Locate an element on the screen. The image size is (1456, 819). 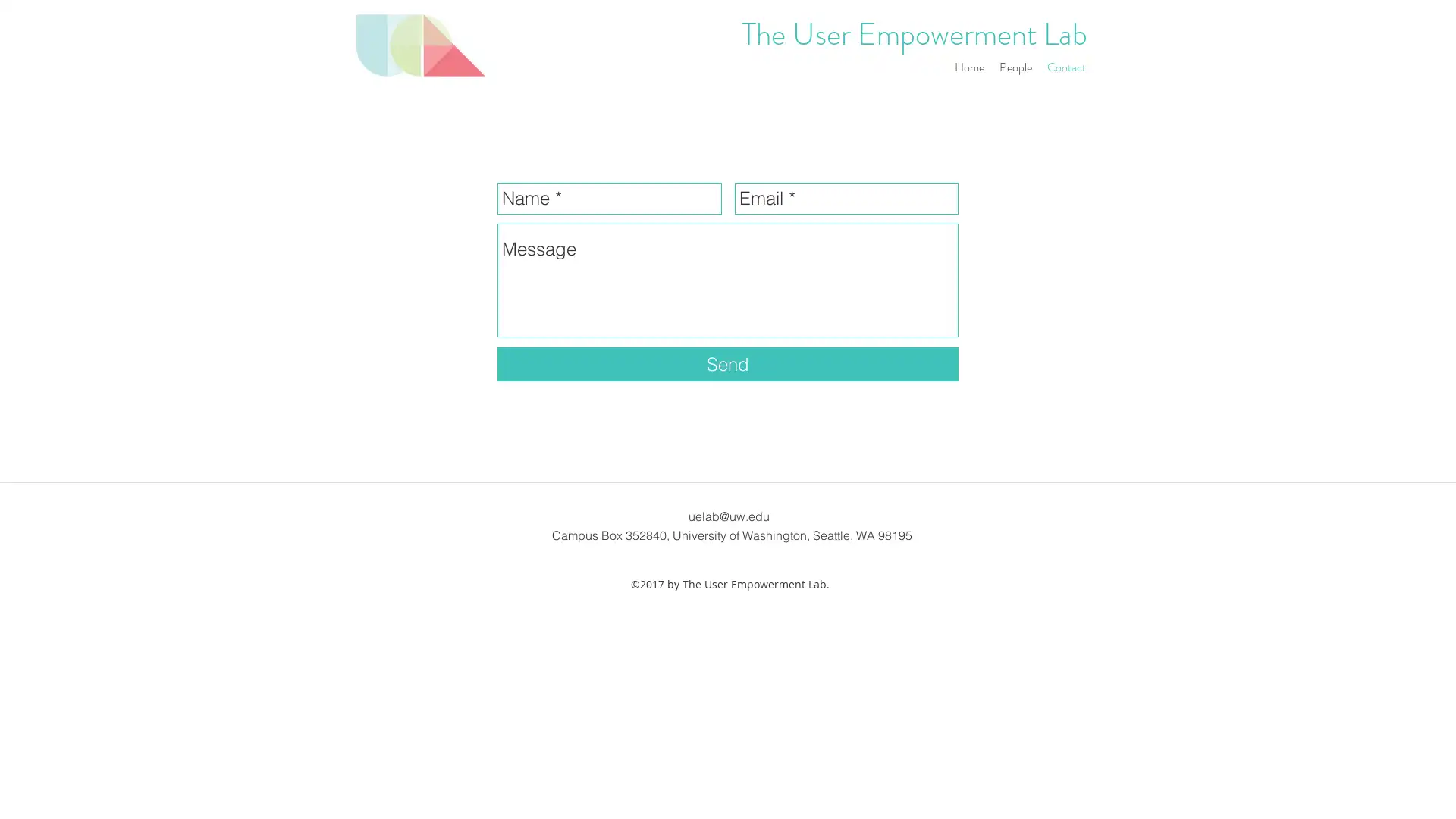
Send is located at coordinates (728, 364).